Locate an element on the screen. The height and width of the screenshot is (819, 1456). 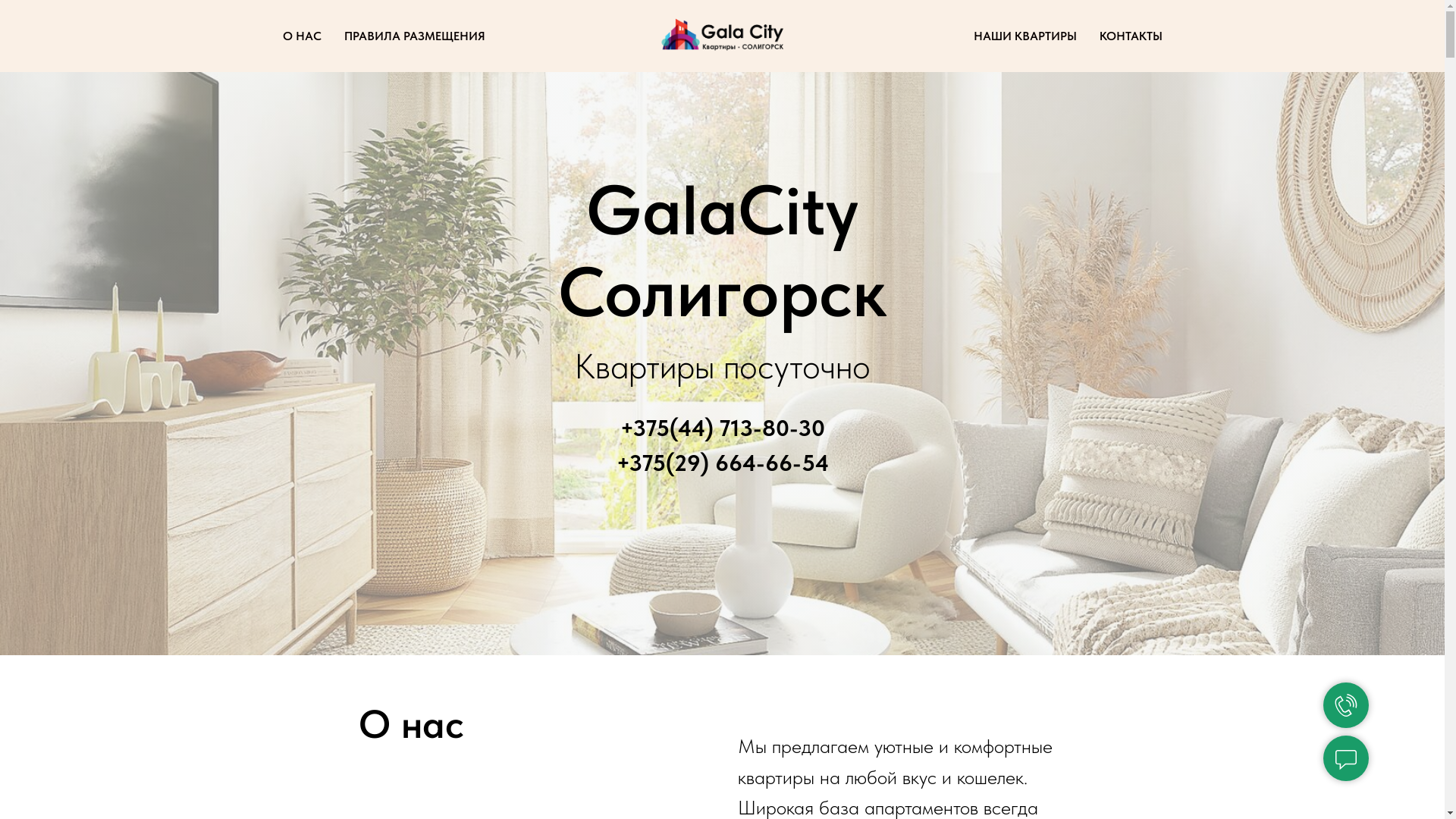
'+375(44) 713-80-30' is located at coordinates (722, 427).